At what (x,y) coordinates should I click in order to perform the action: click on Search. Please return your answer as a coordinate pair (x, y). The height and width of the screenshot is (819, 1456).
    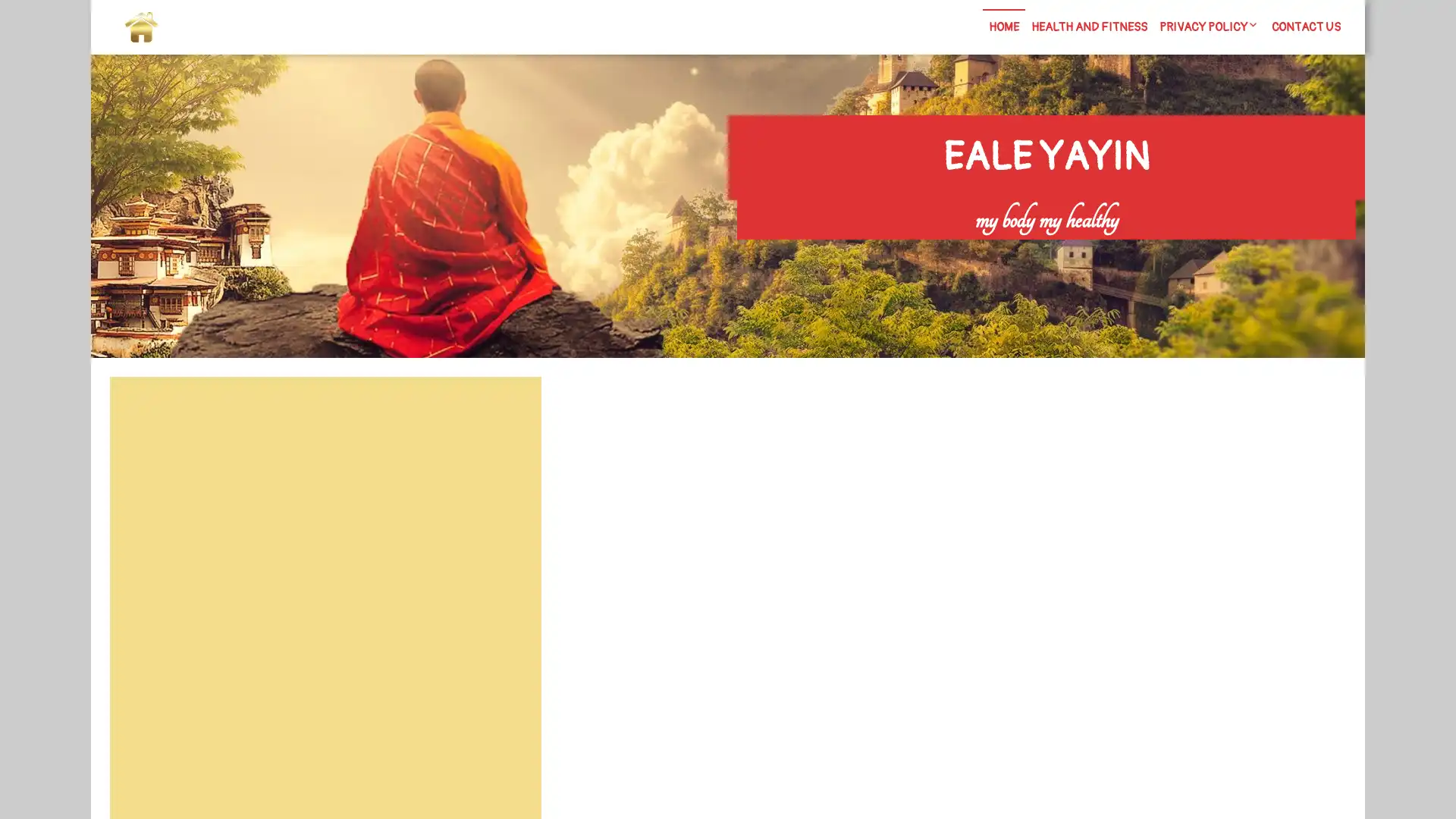
    Looking at the image, I should click on (506, 413).